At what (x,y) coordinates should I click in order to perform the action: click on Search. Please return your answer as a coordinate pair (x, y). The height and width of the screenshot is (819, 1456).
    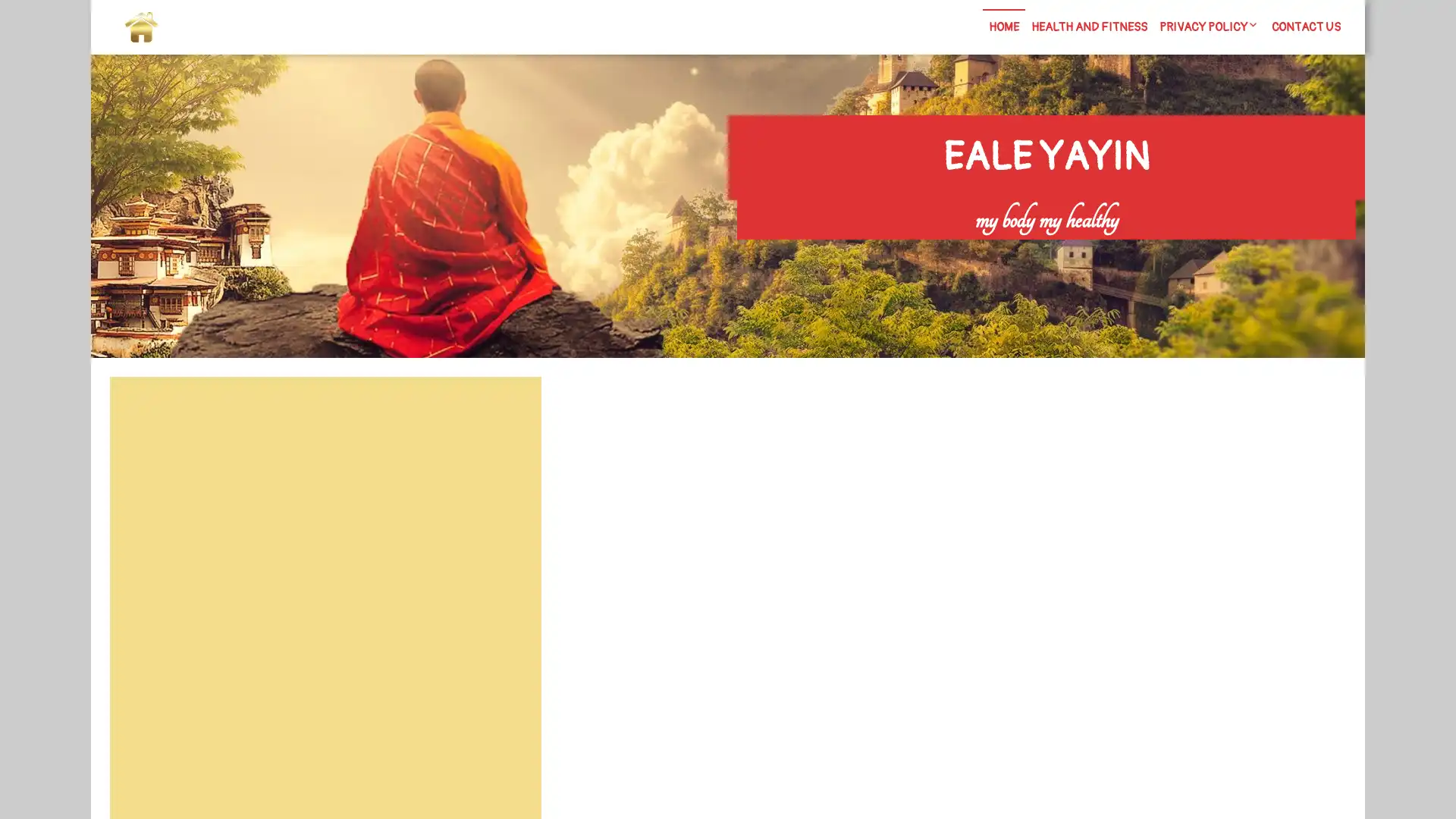
    Looking at the image, I should click on (506, 413).